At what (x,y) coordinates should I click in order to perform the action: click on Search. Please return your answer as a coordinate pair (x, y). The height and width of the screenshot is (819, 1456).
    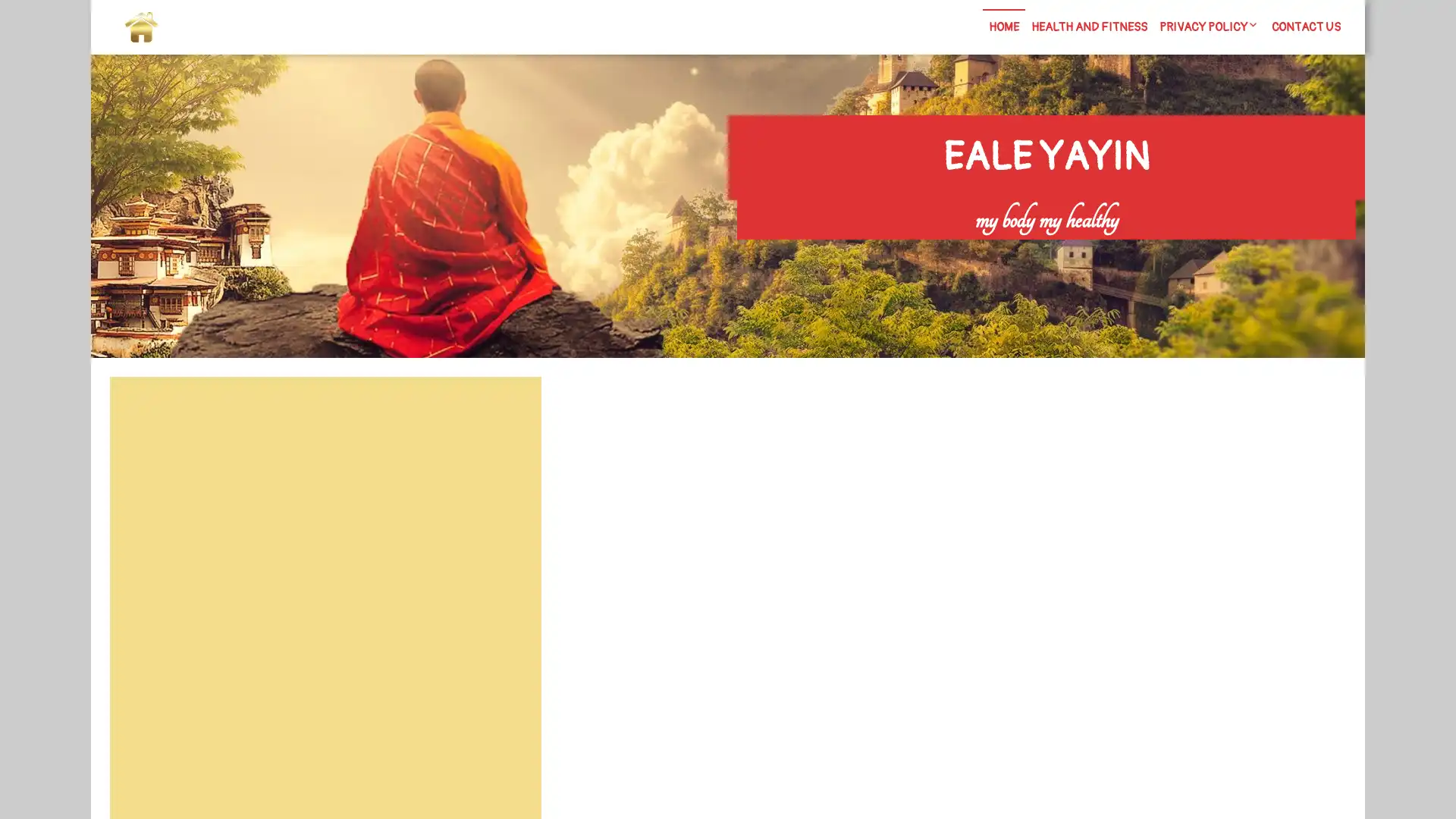
    Looking at the image, I should click on (506, 413).